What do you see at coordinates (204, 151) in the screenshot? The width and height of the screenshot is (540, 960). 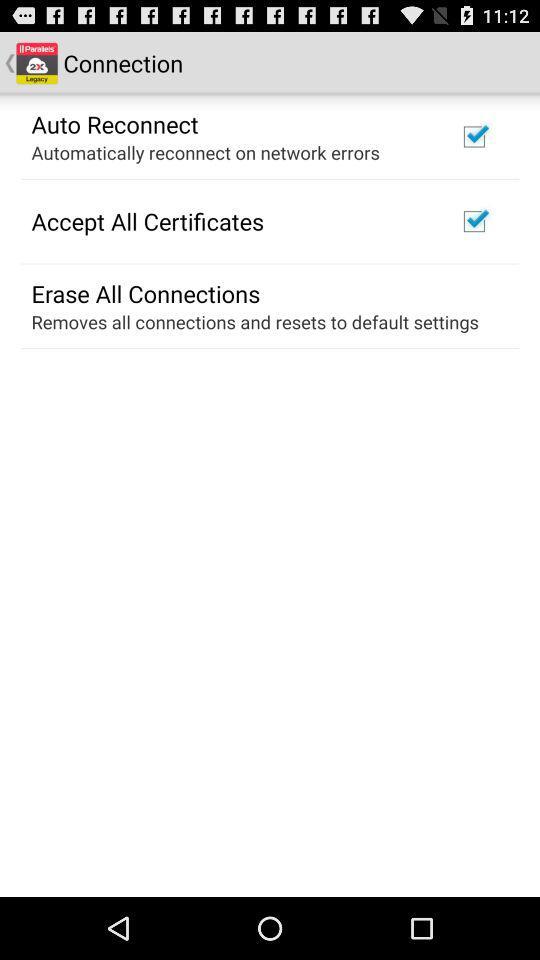 I see `the item above accept all certificates app` at bounding box center [204, 151].